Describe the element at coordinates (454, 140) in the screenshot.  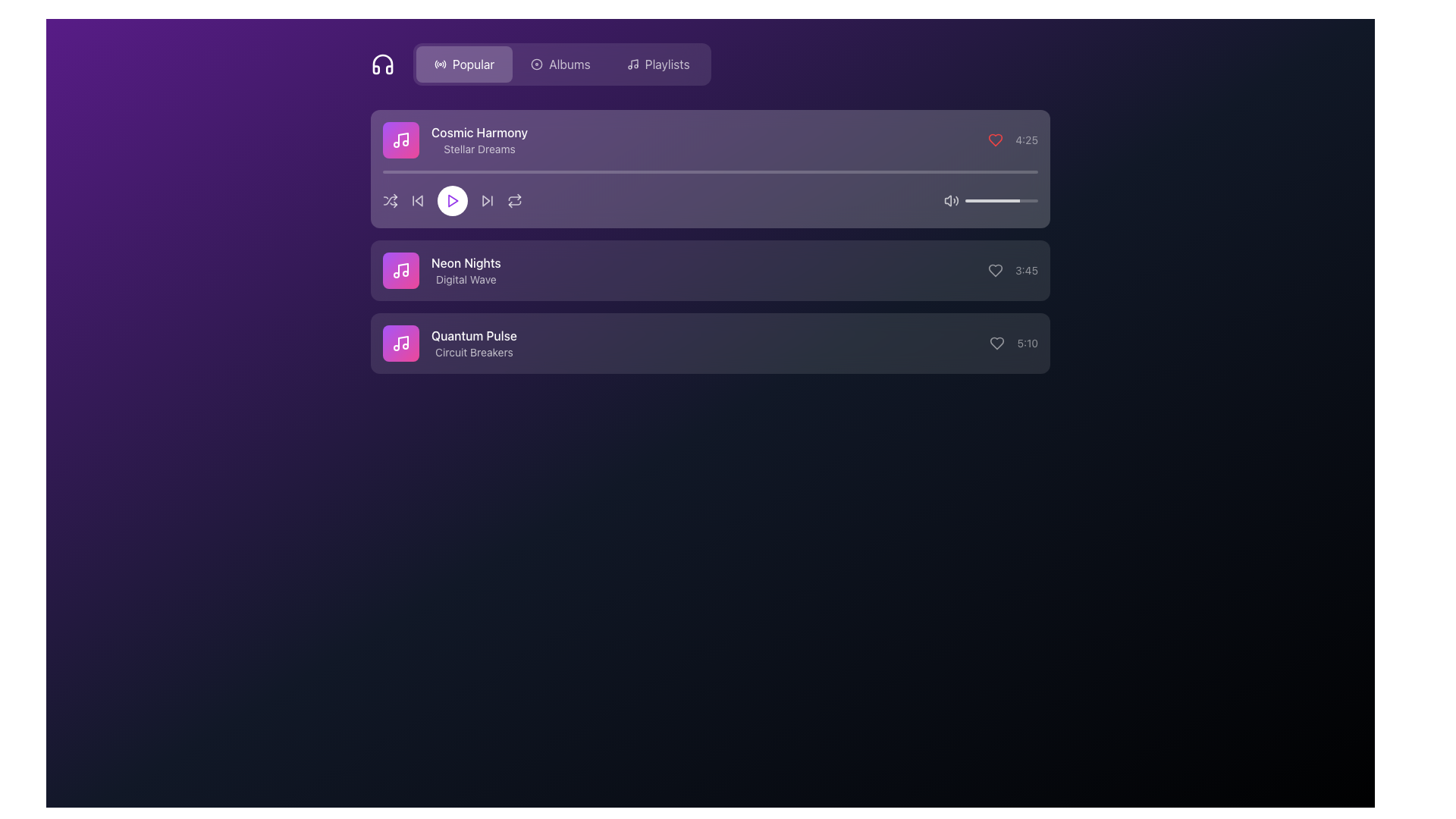
I see `on the first list item element titled 'Cosmic Harmony'` at that location.